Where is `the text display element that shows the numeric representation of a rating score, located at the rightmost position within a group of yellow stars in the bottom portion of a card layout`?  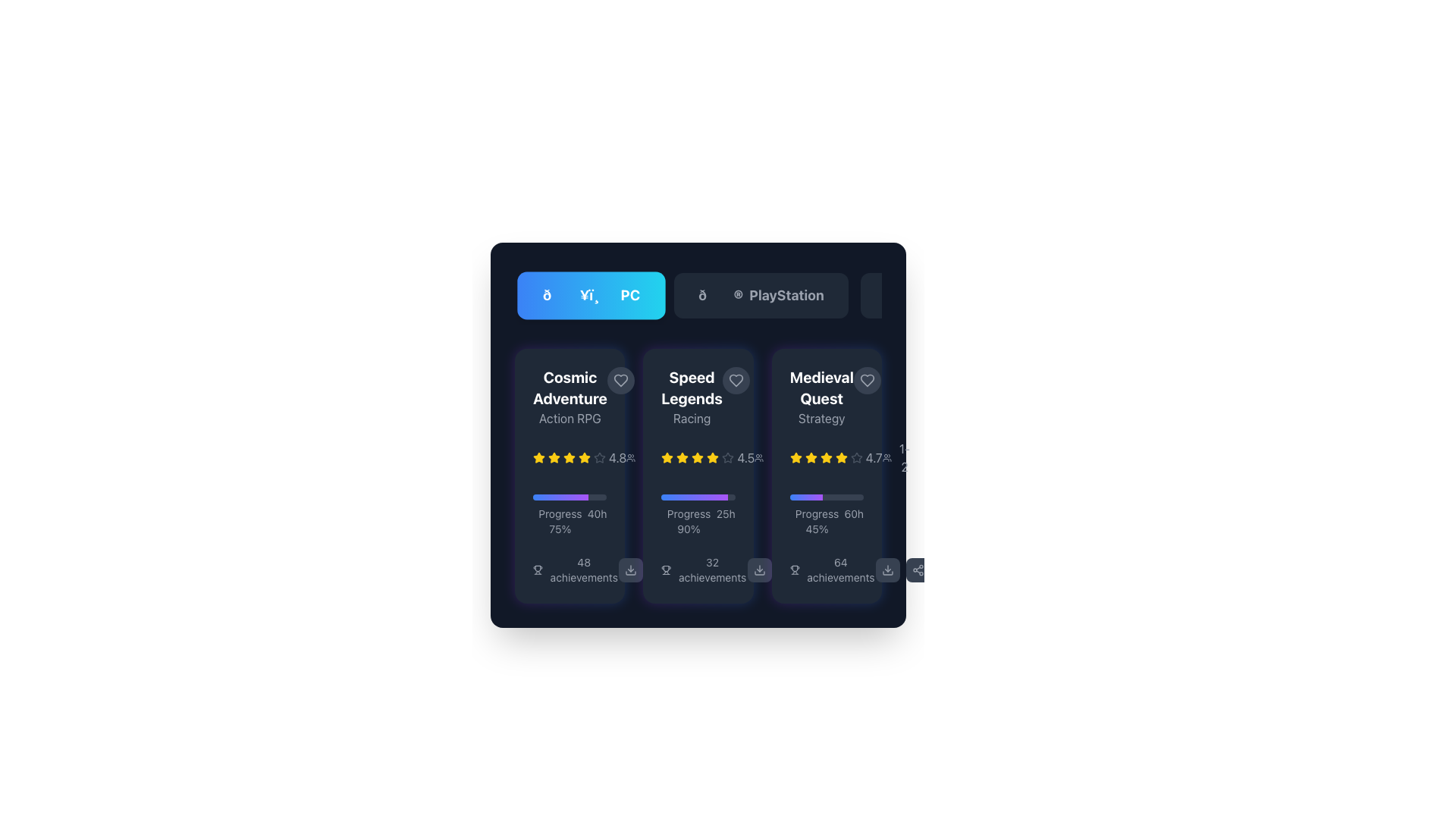
the text display element that shows the numeric representation of a rating score, located at the rightmost position within a group of yellow stars in the bottom portion of a card layout is located at coordinates (617, 457).